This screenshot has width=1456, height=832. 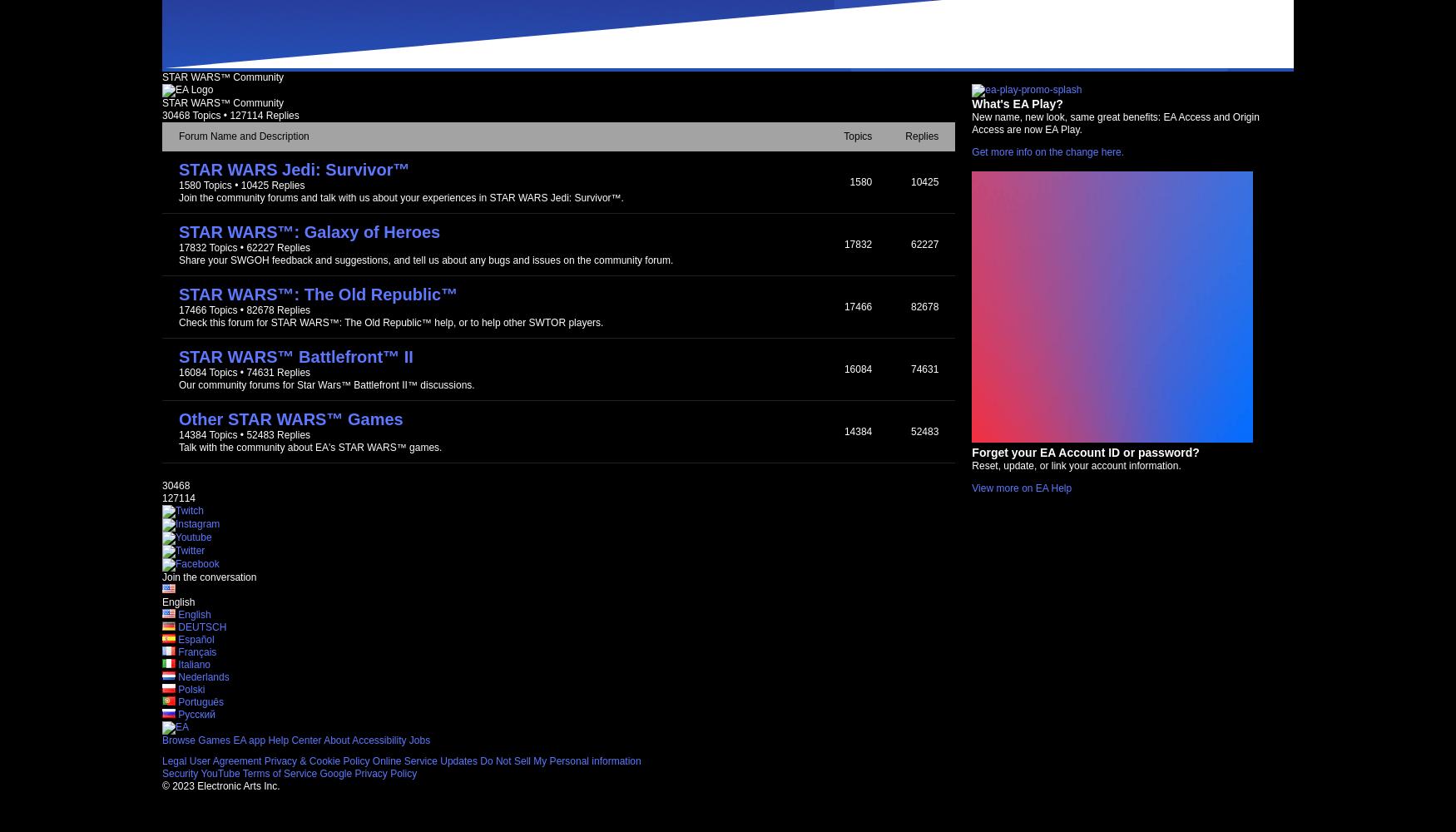 What do you see at coordinates (970, 152) in the screenshot?
I see `'Get more info on the change here.'` at bounding box center [970, 152].